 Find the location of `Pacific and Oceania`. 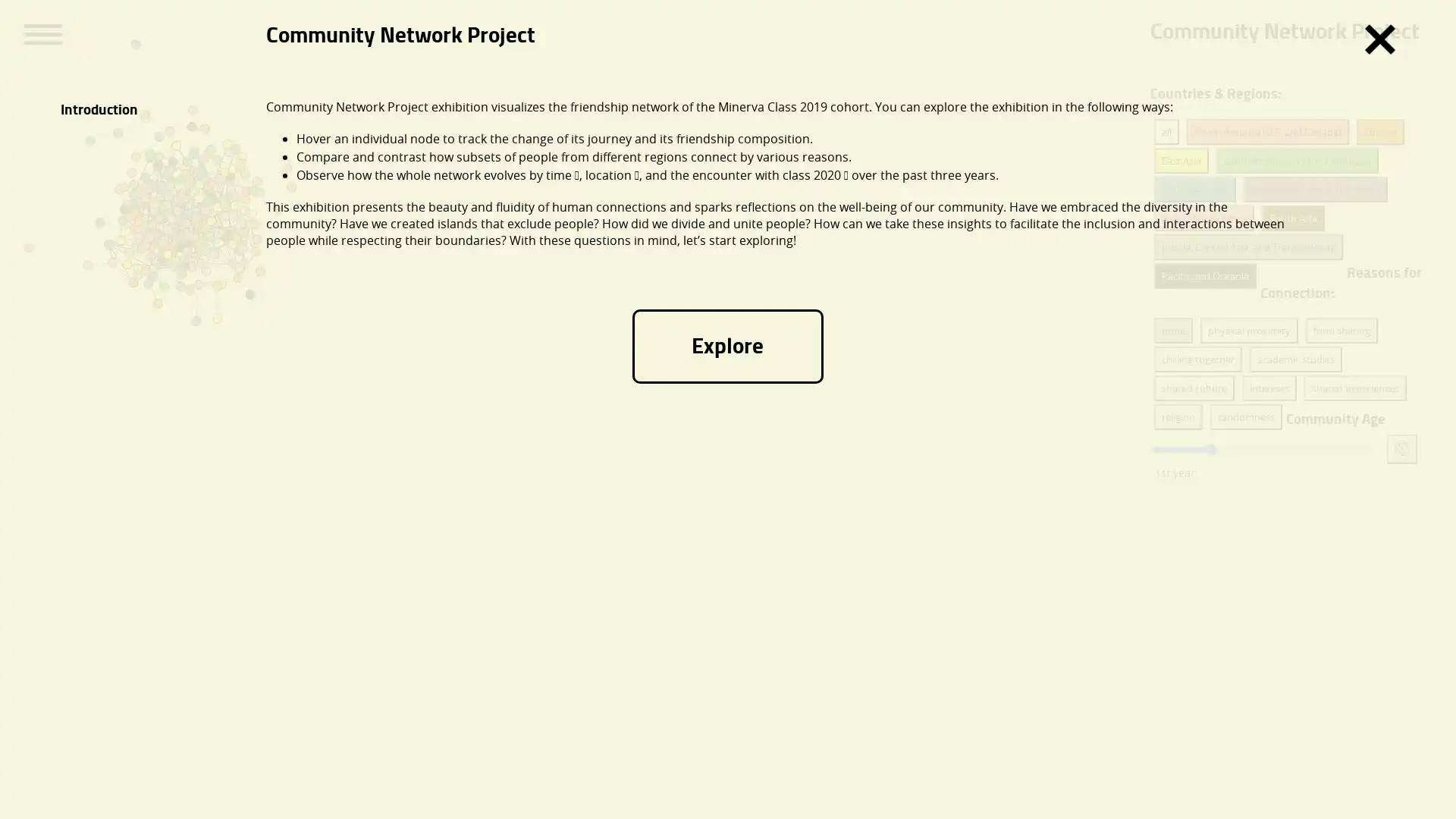

Pacific and Oceania is located at coordinates (1204, 275).